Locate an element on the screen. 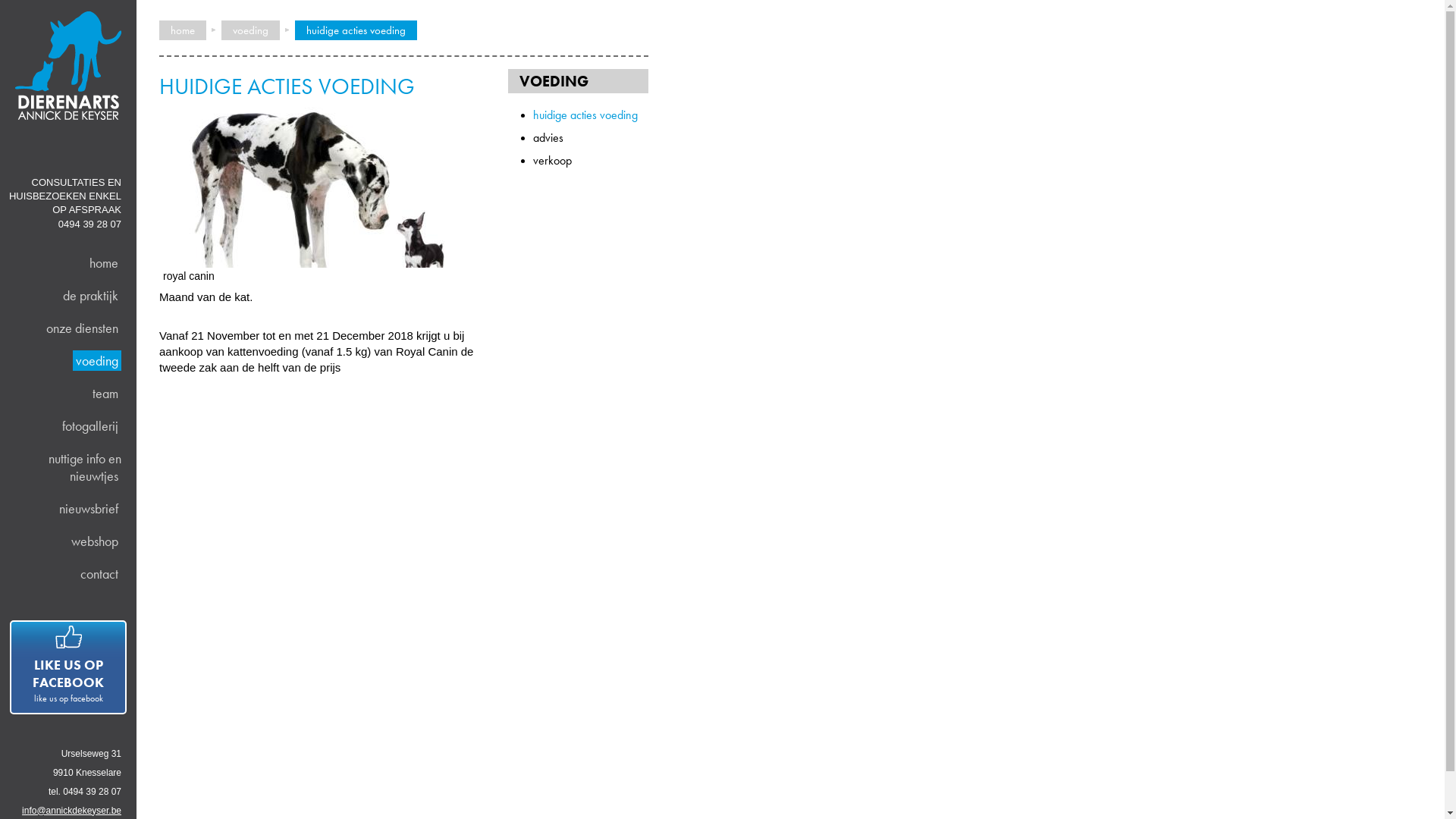  'de praktijk' is located at coordinates (89, 295).